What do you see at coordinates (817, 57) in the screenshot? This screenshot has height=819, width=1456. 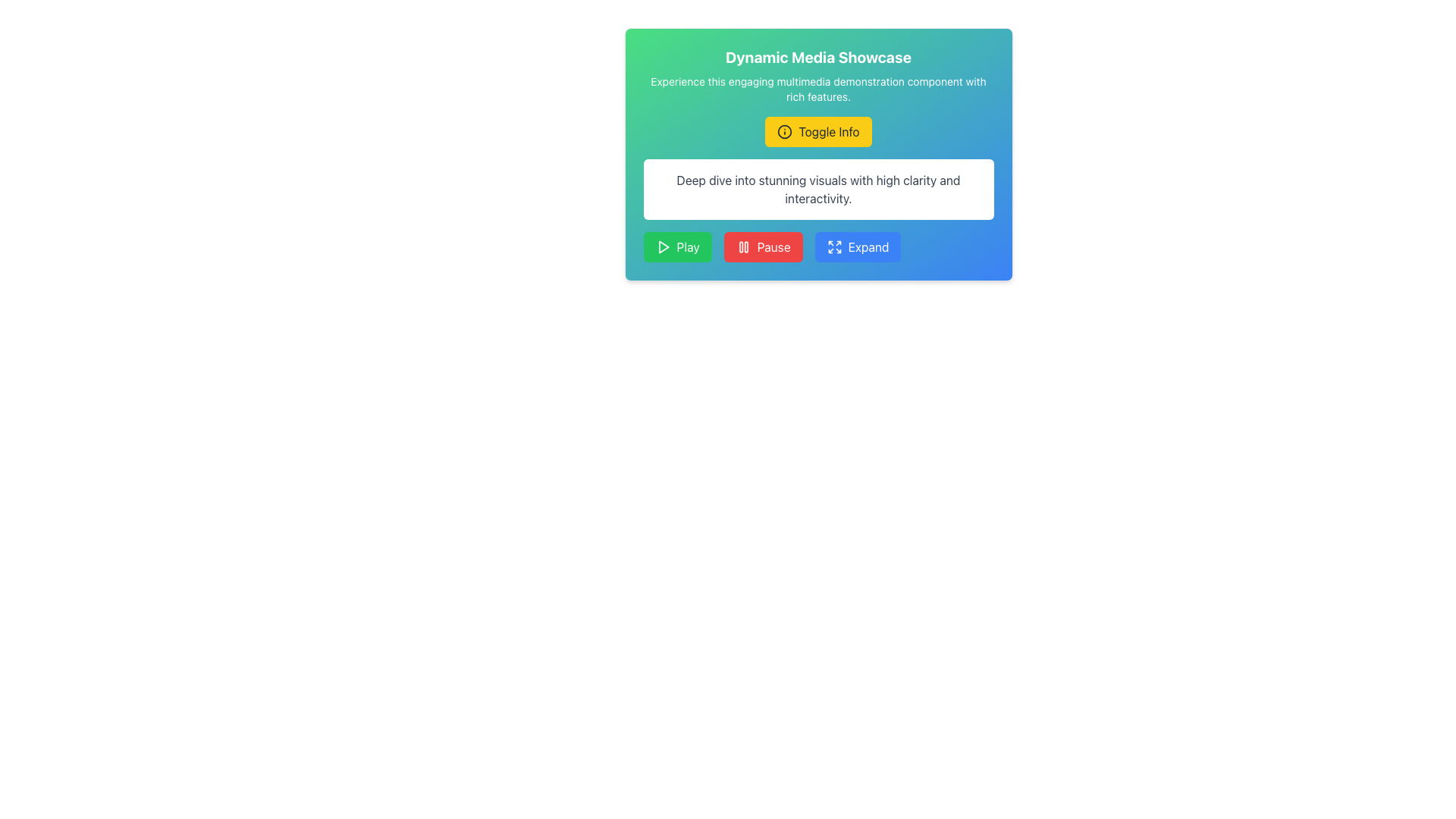 I see `text displayed in the text component showing 'Dynamic Media Showcase' in white, bold, and large font at the top of the section with a gradient background` at bounding box center [817, 57].